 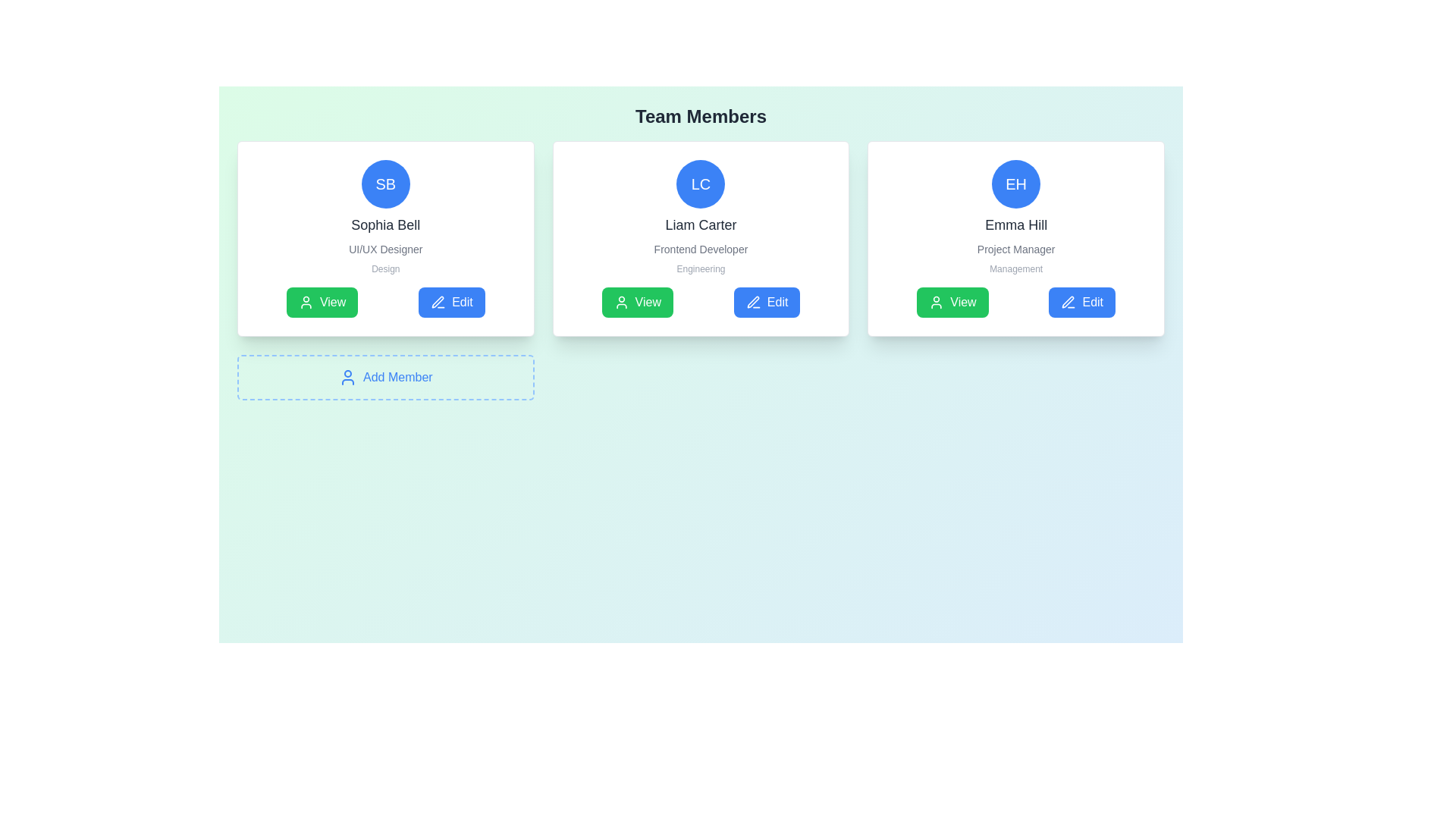 What do you see at coordinates (385, 217) in the screenshot?
I see `the 'Sophia Bell' text within the Profile information block` at bounding box center [385, 217].